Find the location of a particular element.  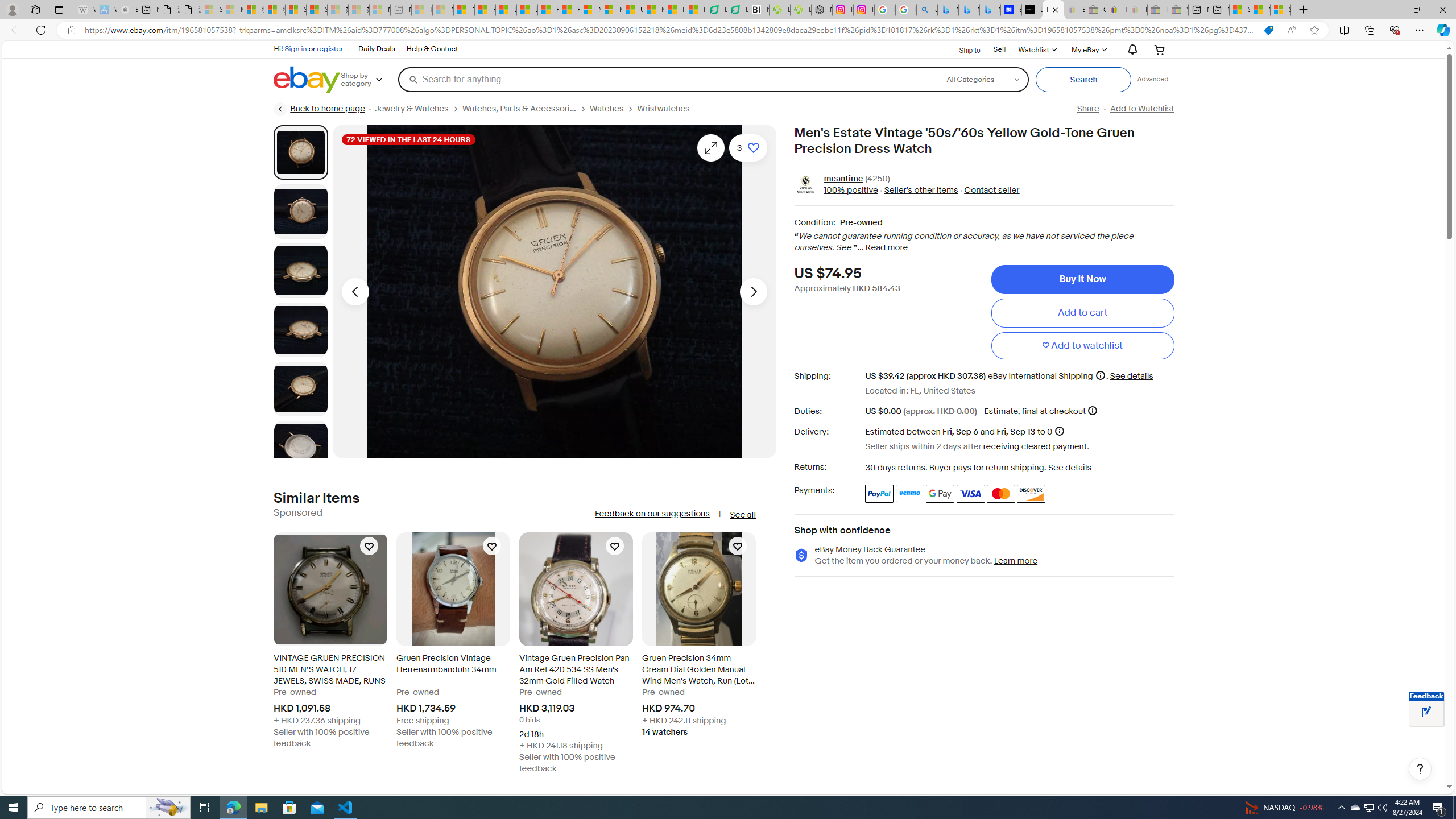

'WatchlistExpand Watch List' is located at coordinates (1036, 49).